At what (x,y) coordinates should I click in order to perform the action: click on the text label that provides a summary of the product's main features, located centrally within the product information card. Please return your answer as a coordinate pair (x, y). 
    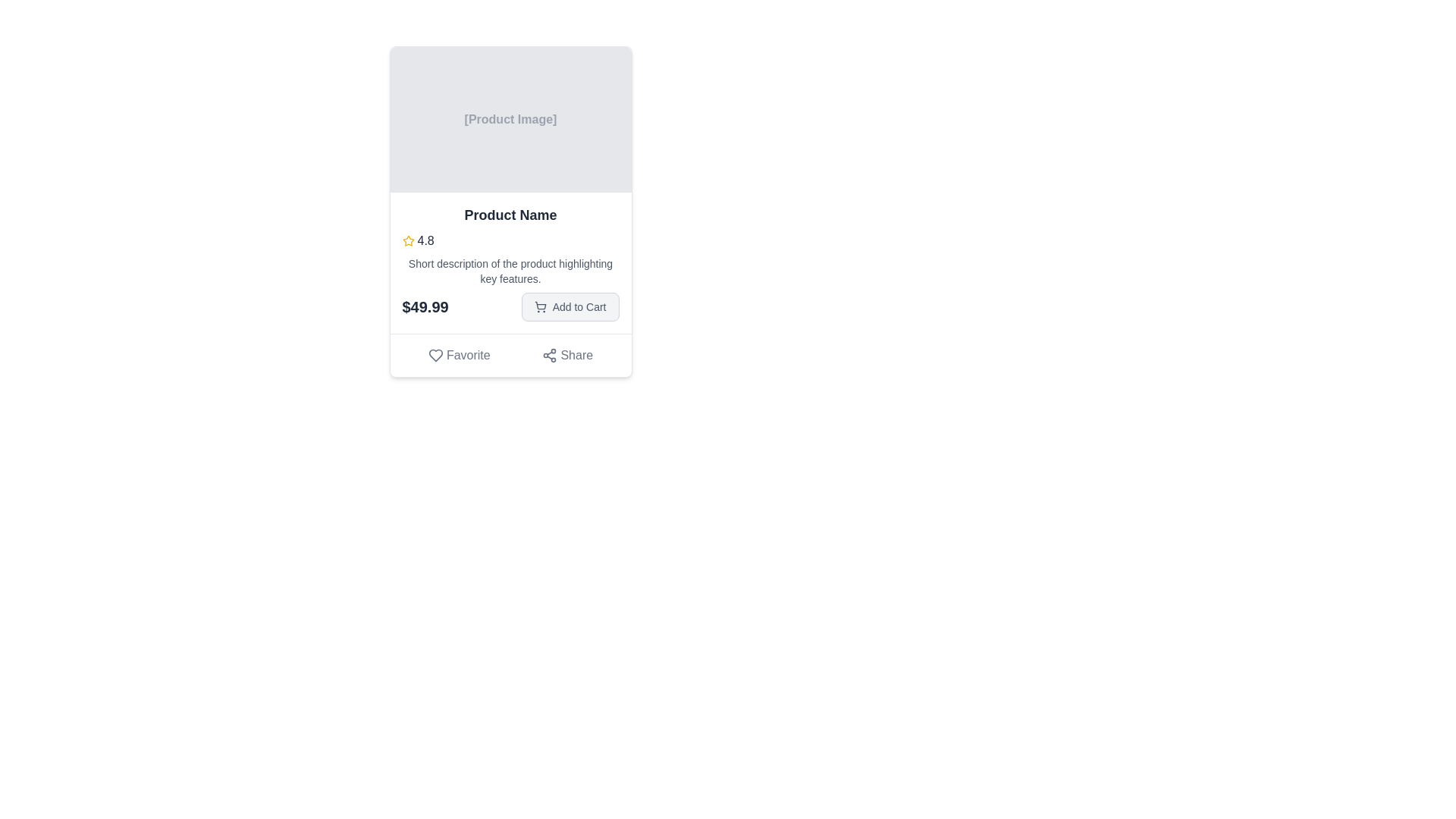
    Looking at the image, I should click on (510, 271).